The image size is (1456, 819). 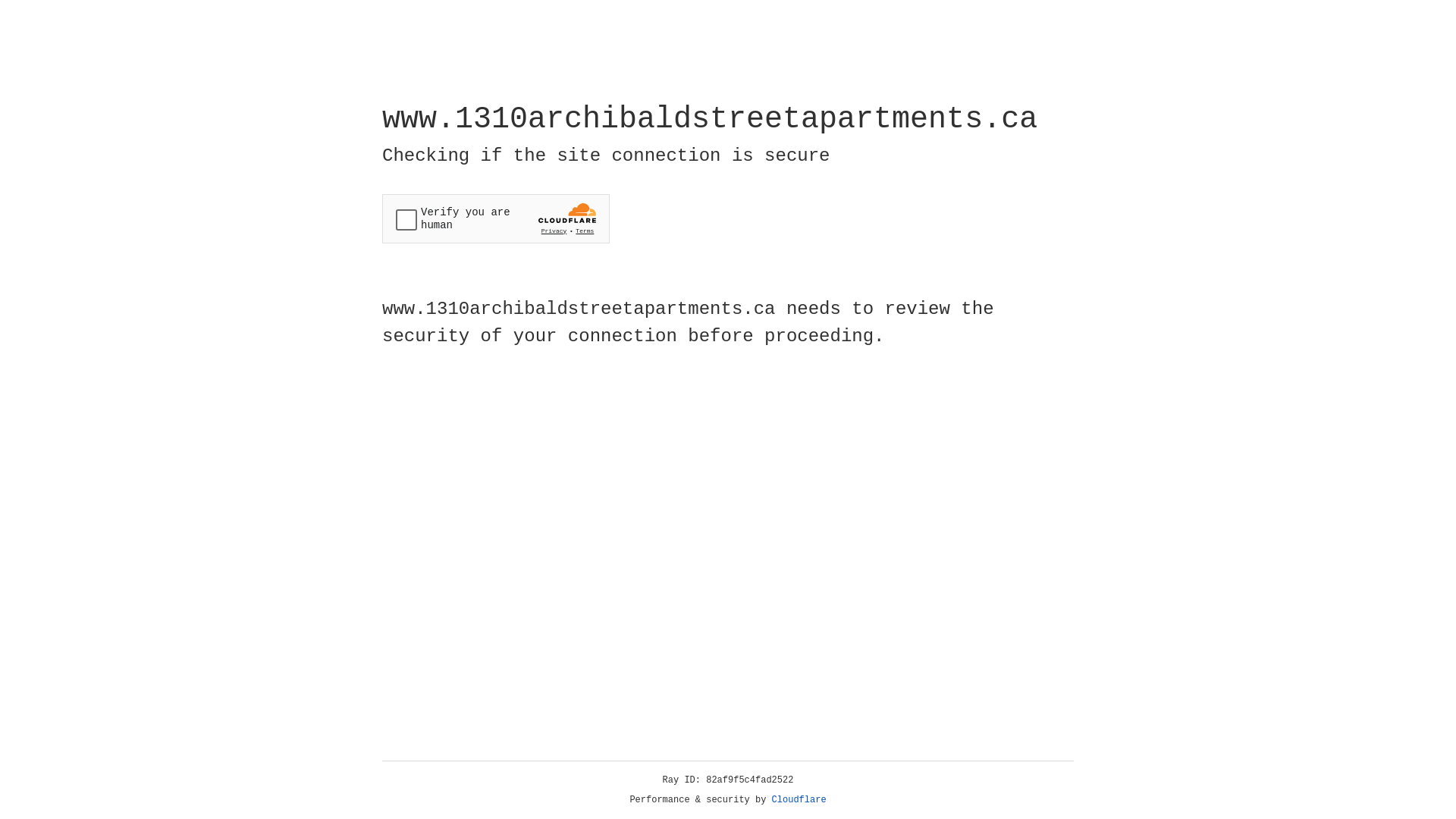 I want to click on 'Cloudflare', so click(x=799, y=799).